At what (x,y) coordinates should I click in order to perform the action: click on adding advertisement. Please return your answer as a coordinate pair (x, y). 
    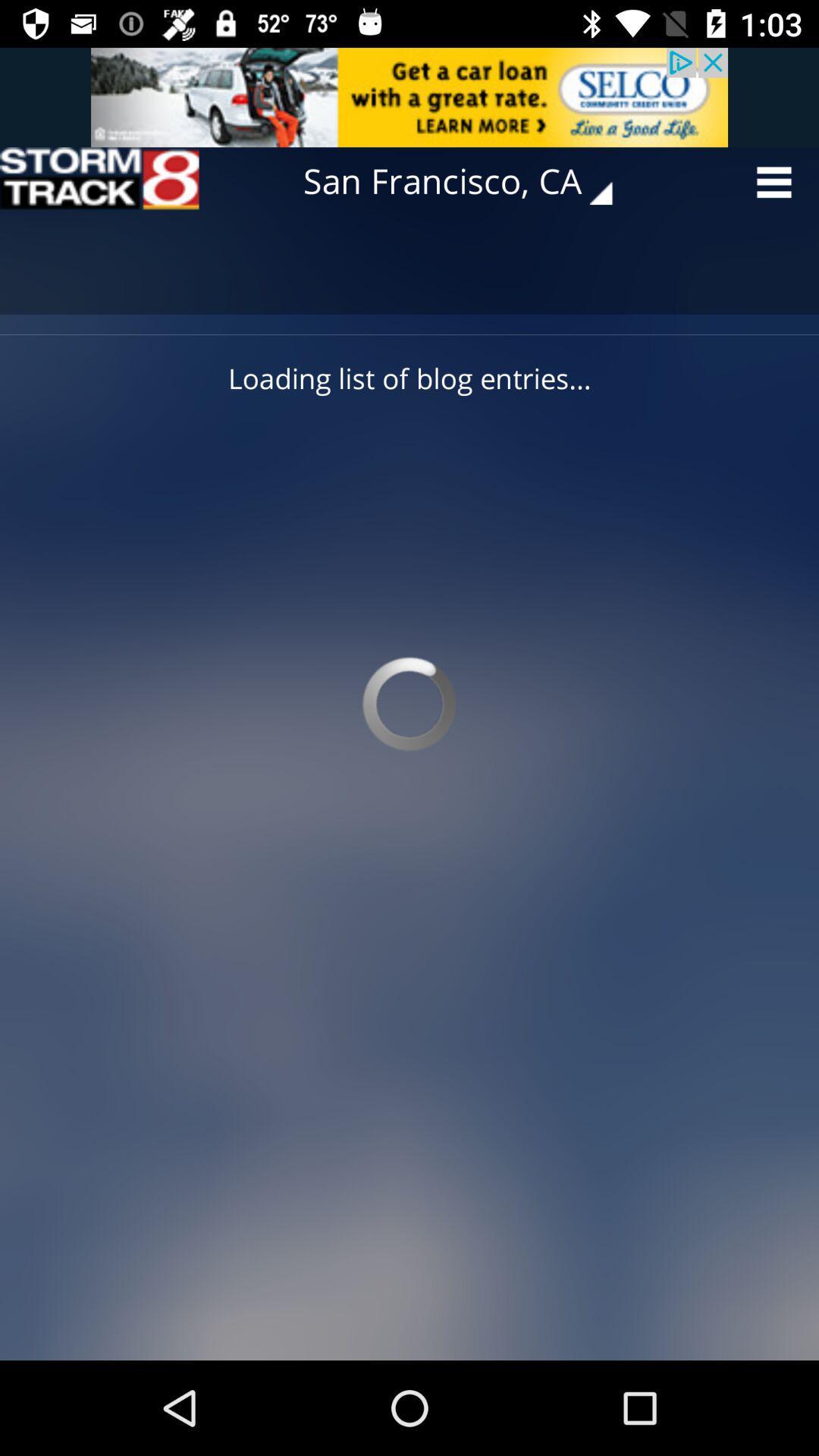
    Looking at the image, I should click on (409, 96).